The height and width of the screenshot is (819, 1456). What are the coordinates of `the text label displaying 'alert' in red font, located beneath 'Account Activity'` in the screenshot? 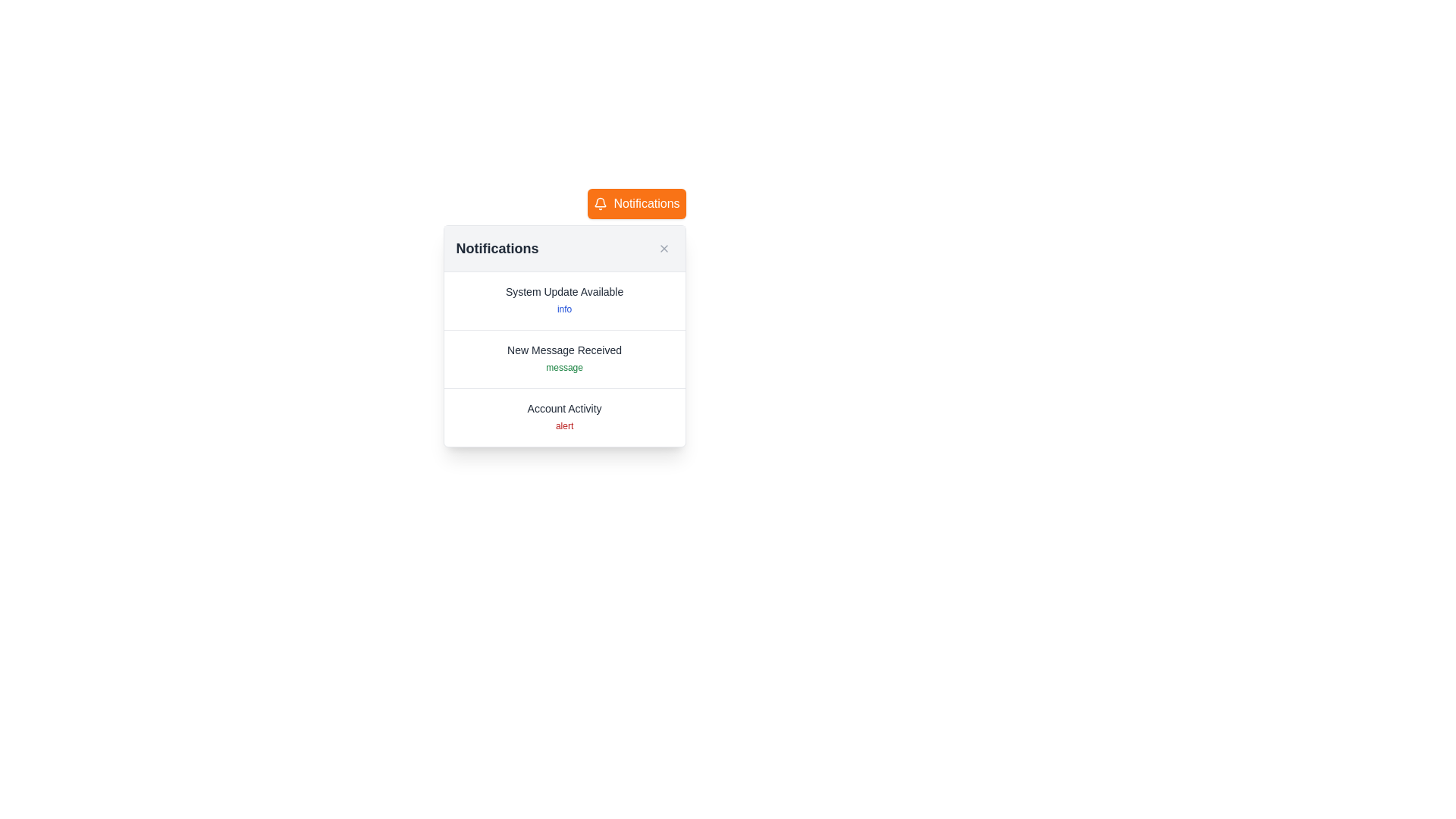 It's located at (563, 426).